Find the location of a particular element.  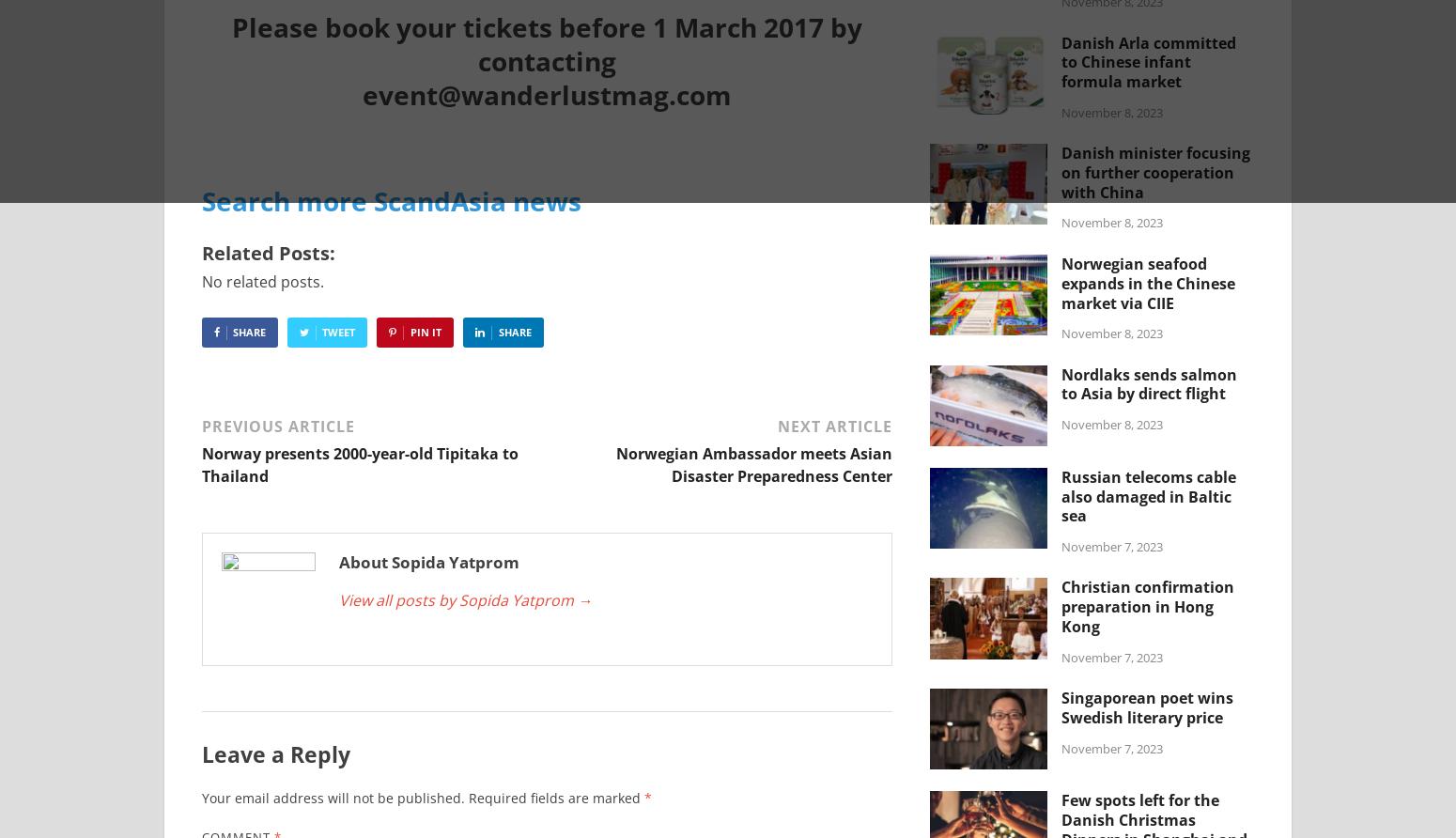

'event@wanderlustmag.com' is located at coordinates (547, 94).